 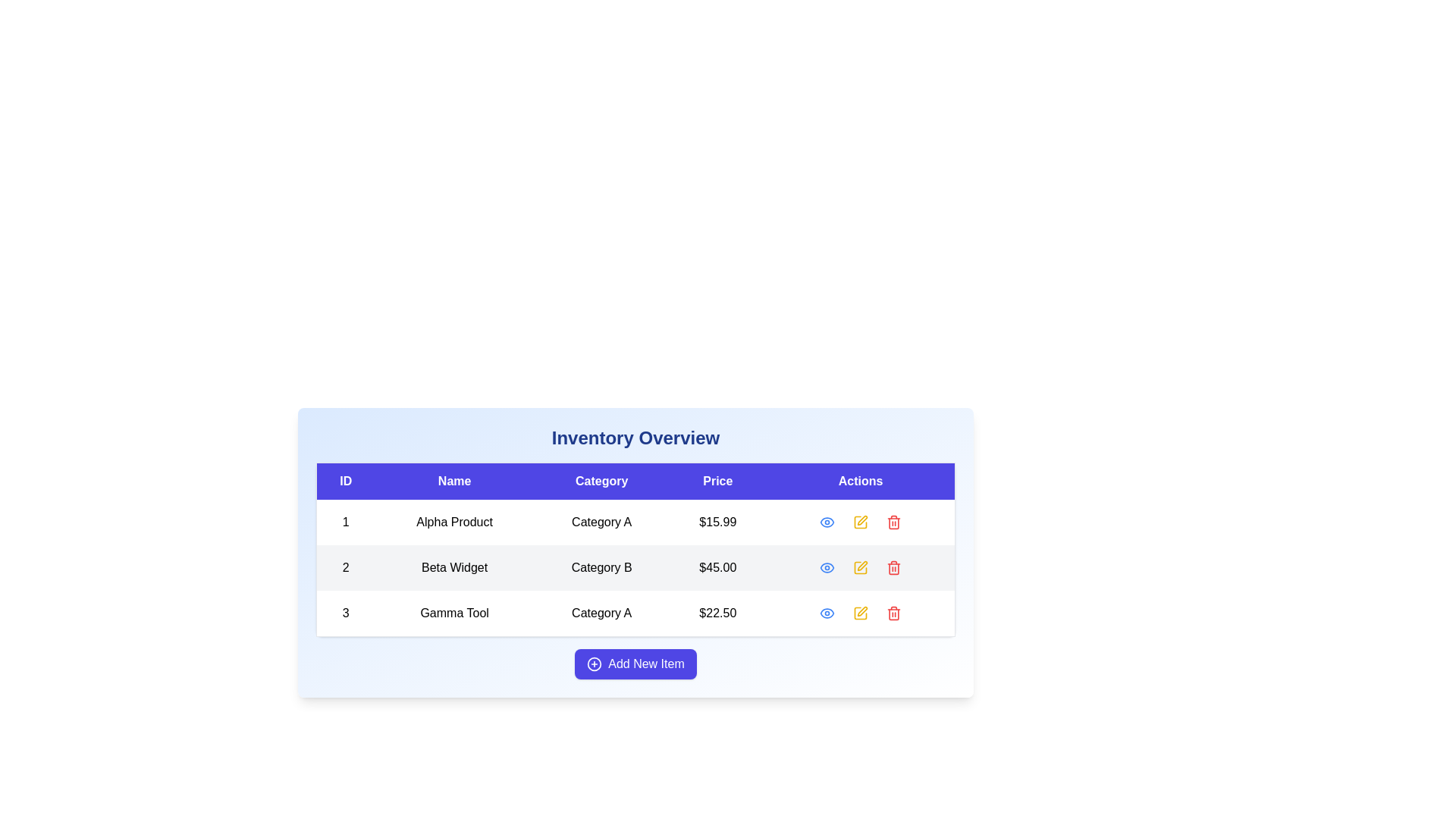 What do you see at coordinates (635, 613) in the screenshot?
I see `the third row of the inventory table` at bounding box center [635, 613].